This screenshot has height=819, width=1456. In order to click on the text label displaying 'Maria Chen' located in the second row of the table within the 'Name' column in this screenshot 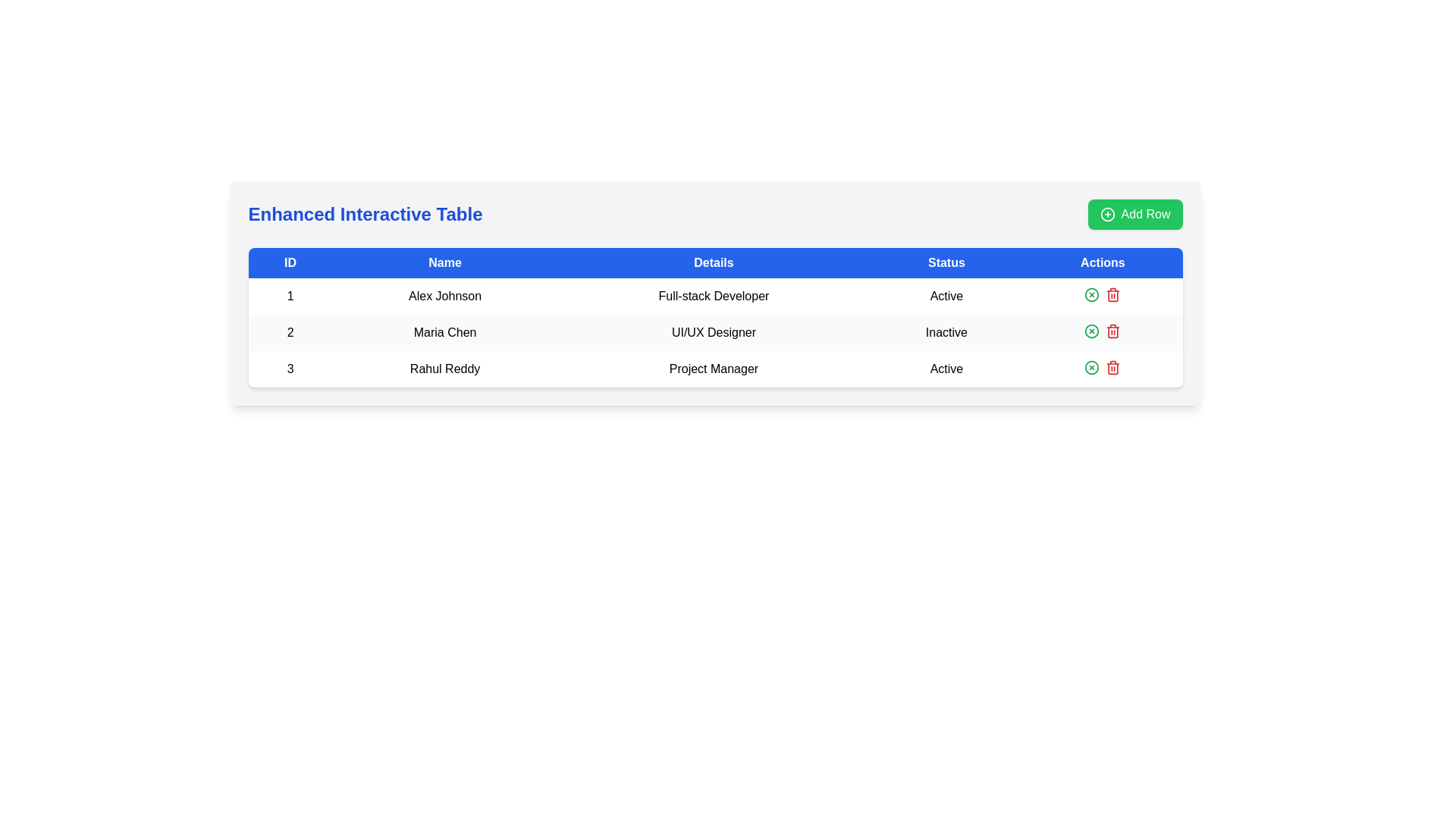, I will do `click(444, 332)`.